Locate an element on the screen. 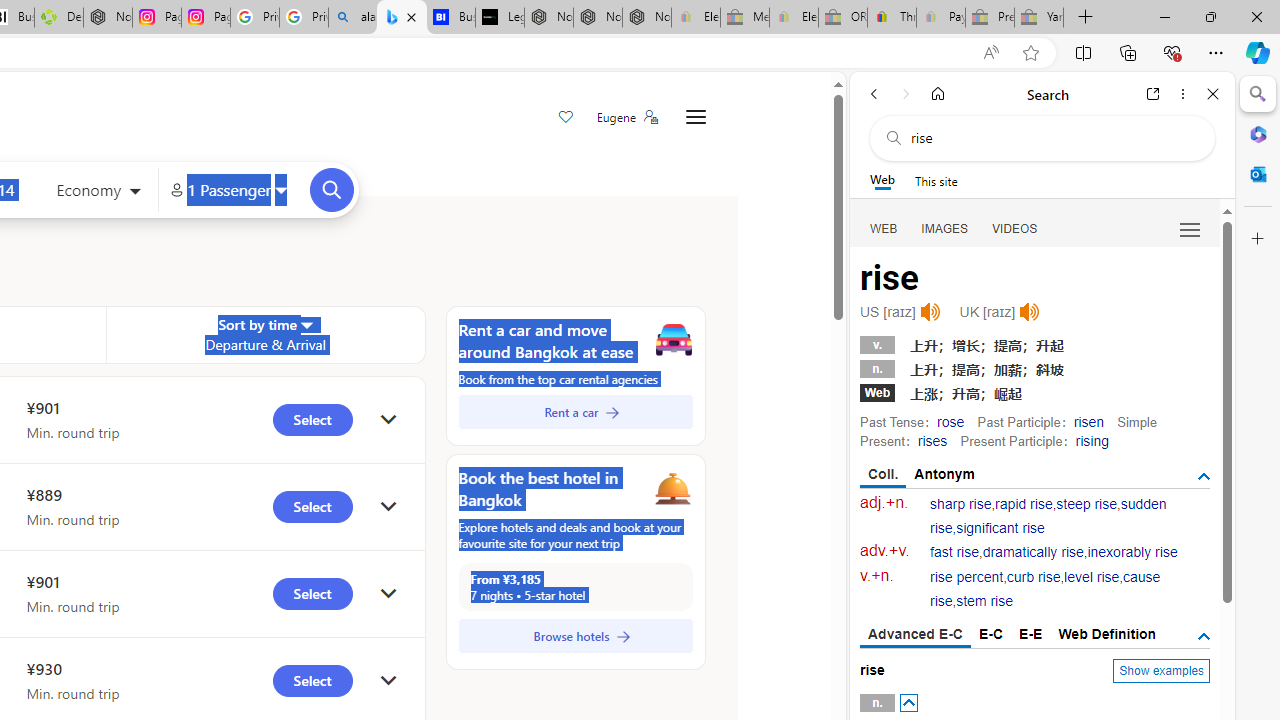  'sudden rise' is located at coordinates (1047, 515).